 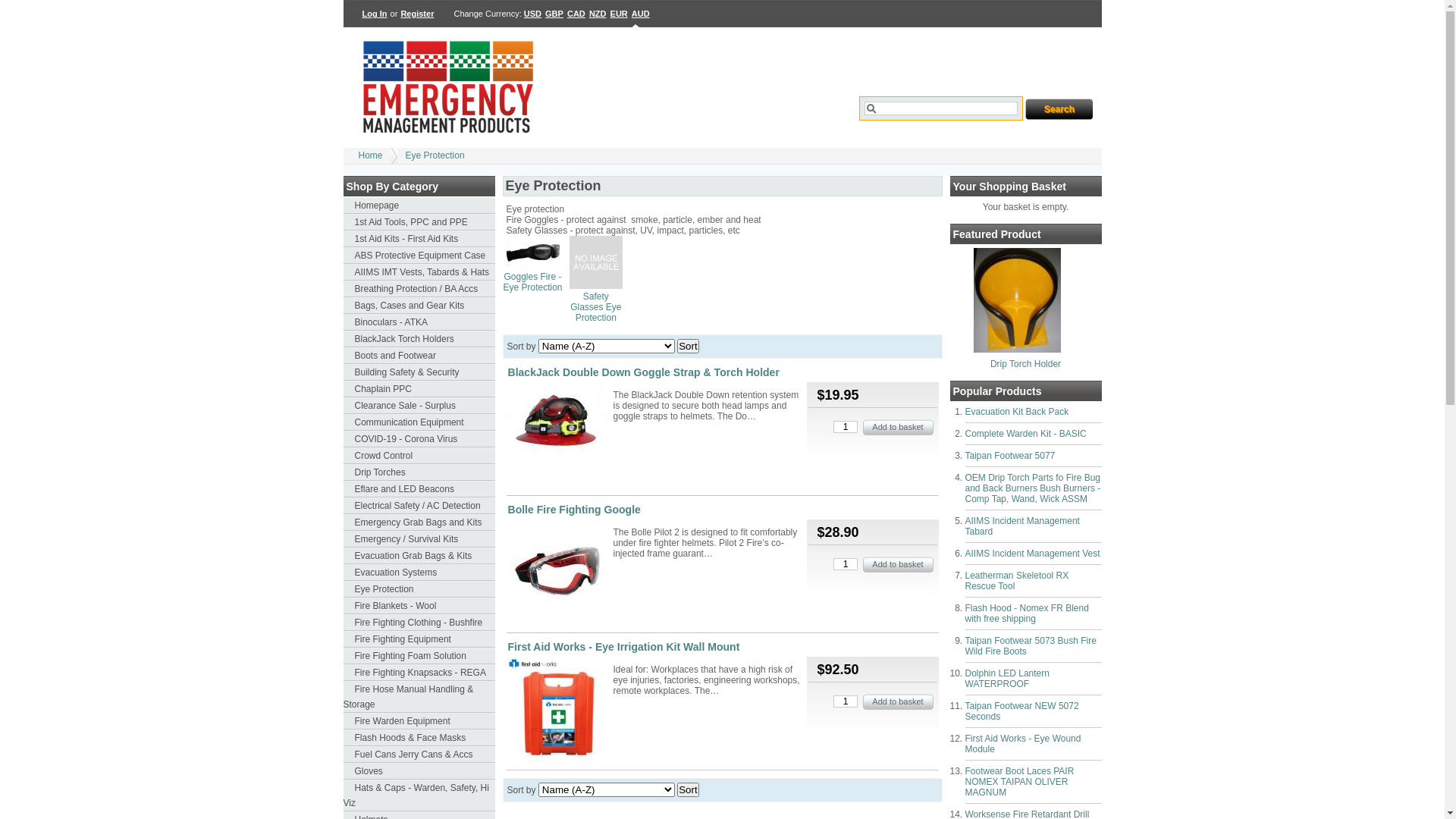 I want to click on 'Clearance Sale - Surplus', so click(x=341, y=405).